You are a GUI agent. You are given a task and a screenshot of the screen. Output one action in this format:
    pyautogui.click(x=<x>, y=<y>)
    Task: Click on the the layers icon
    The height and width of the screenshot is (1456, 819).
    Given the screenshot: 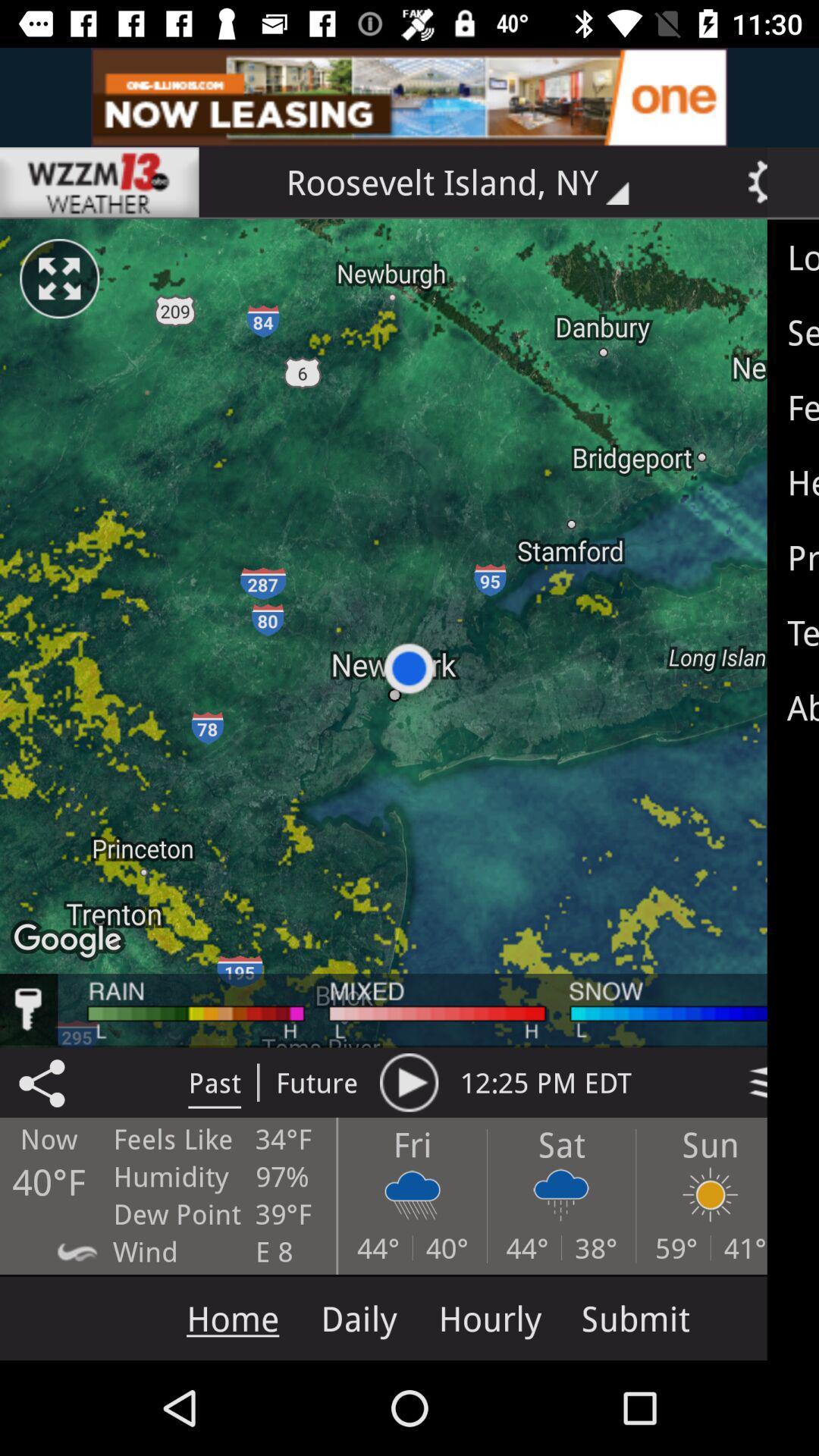 What is the action you would take?
    pyautogui.click(x=773, y=1081)
    